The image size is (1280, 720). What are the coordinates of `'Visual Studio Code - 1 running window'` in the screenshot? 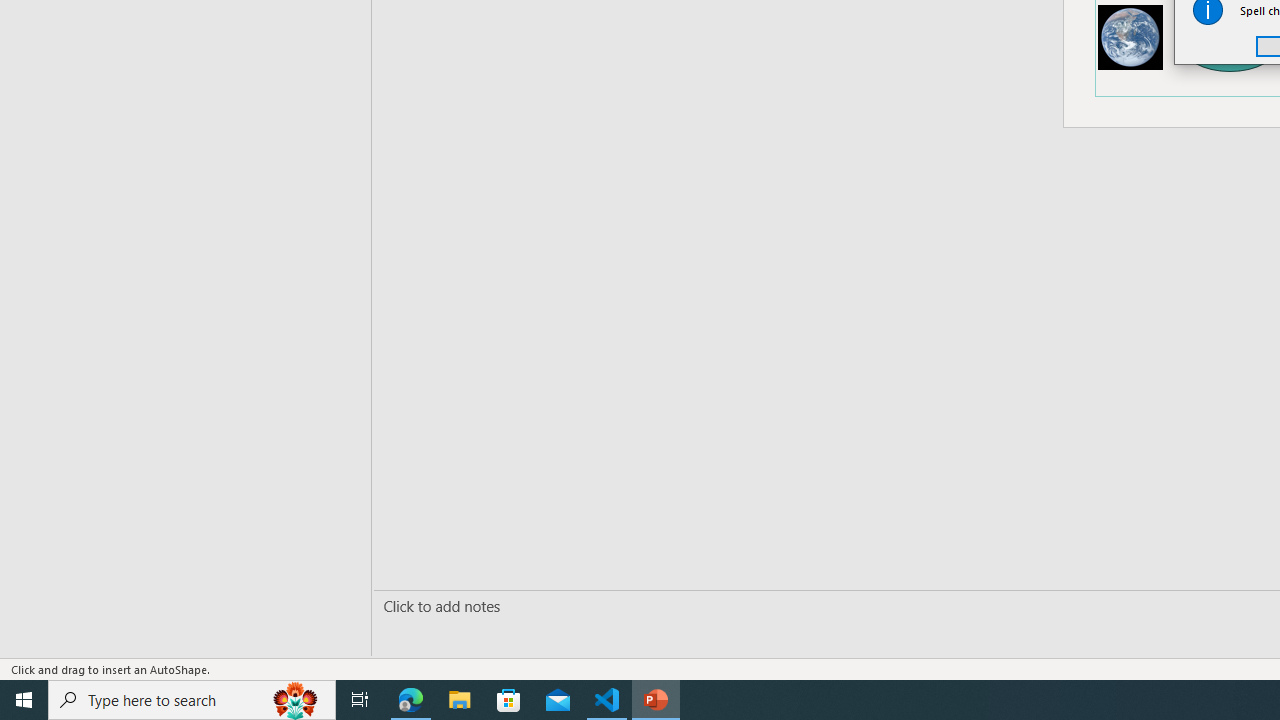 It's located at (606, 698).